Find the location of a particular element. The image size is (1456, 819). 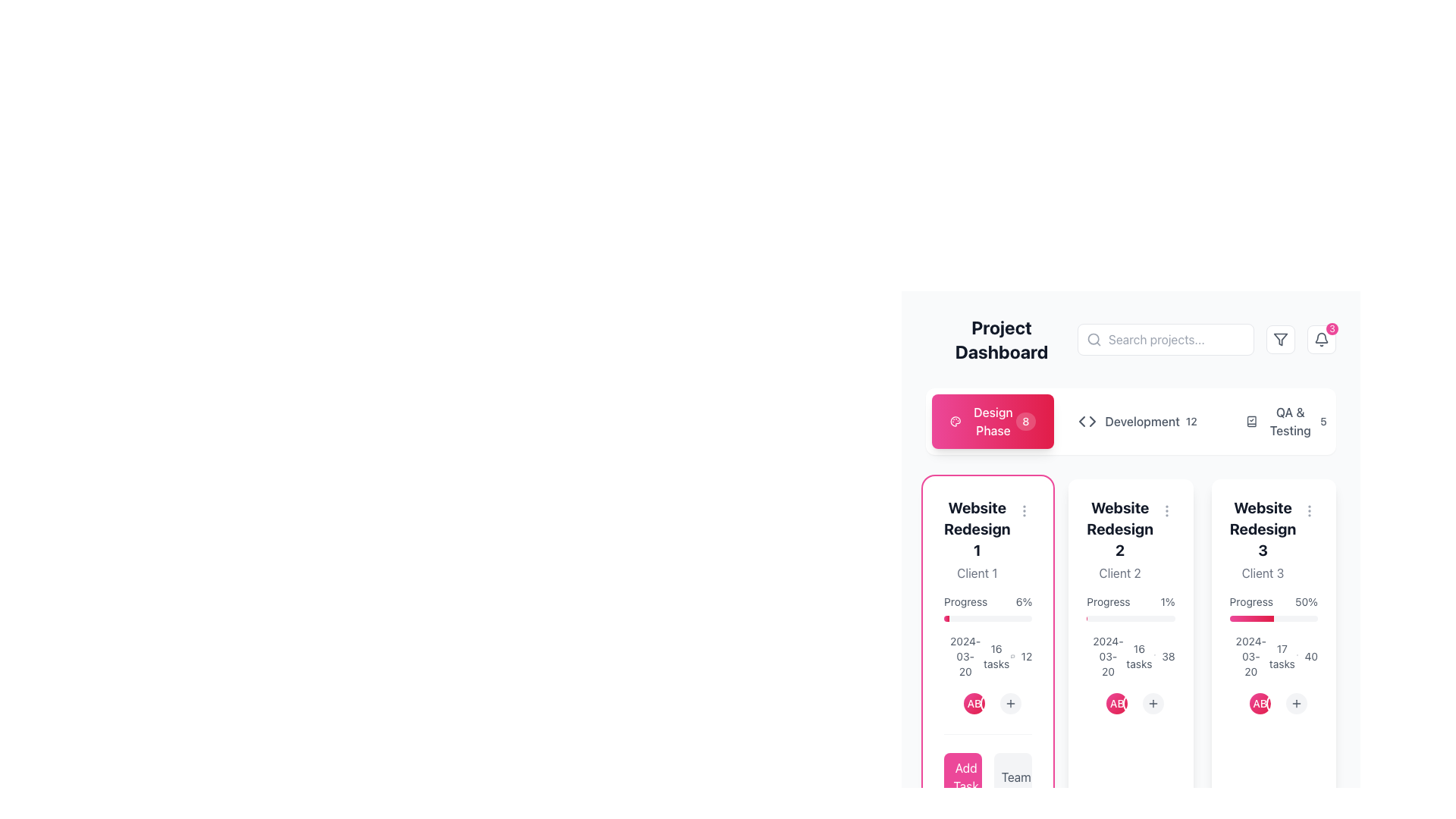

the 'QA & Testing' icon located in the top-right section of the application layout, which serves as an indicator for completion or verification is located at coordinates (1251, 421).